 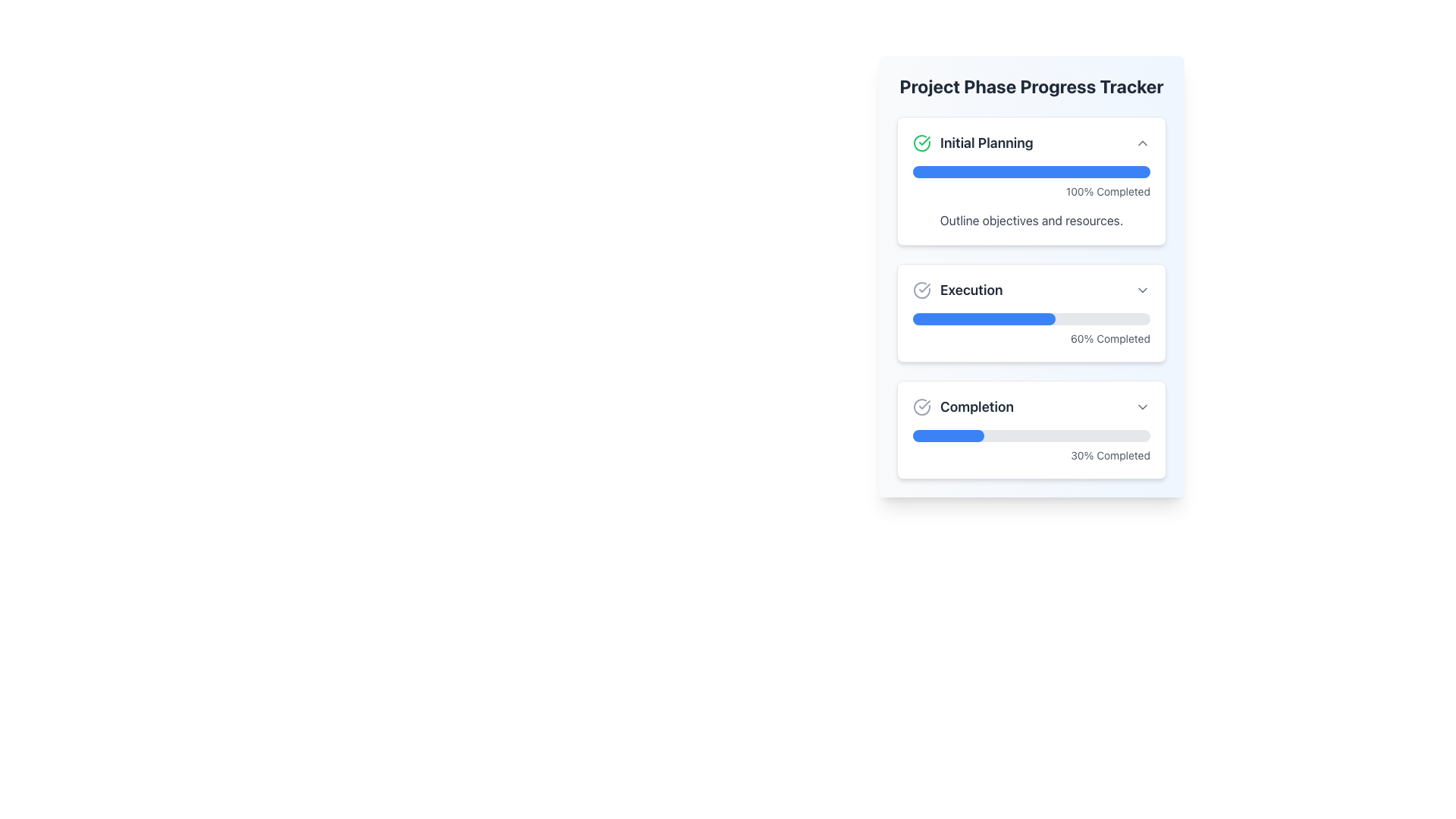 What do you see at coordinates (921, 290) in the screenshot?
I see `the status icon indicating 'Execution', which is located to the left of the text label 'Execution' in the second item of a vertical card displaying progress phases` at bounding box center [921, 290].